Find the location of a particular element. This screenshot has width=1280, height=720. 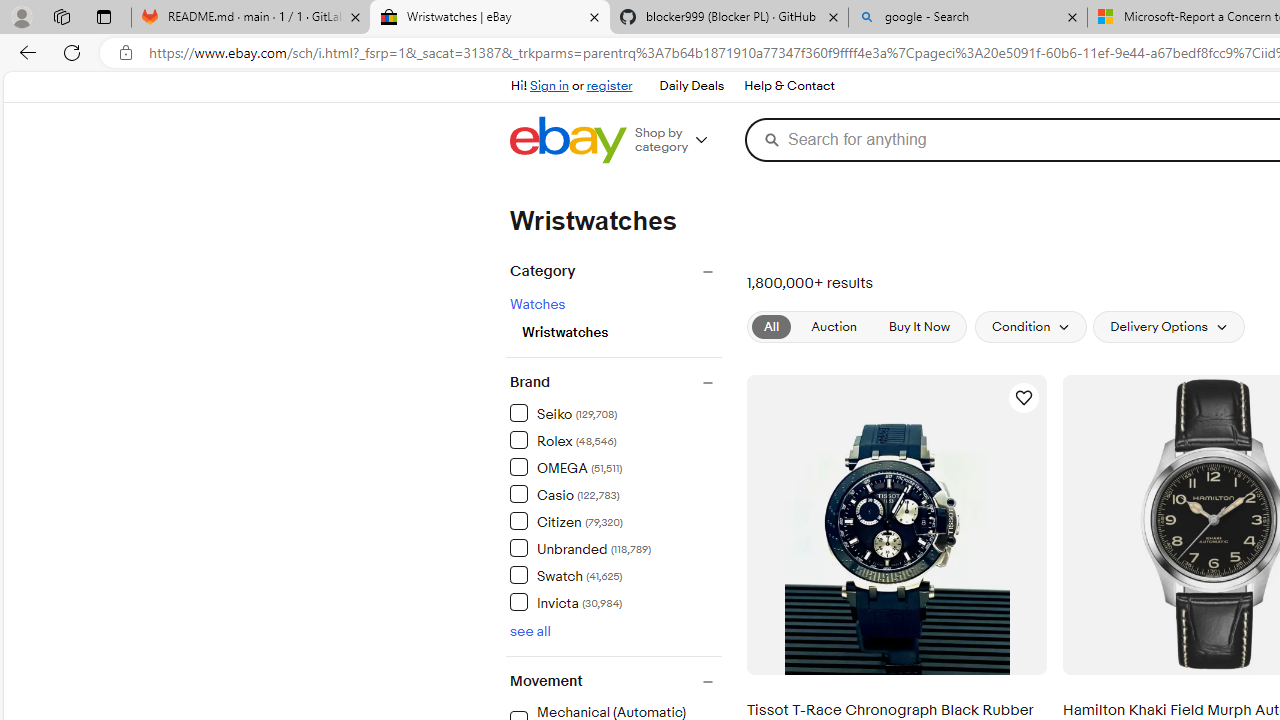

'register' is located at coordinates (608, 85).